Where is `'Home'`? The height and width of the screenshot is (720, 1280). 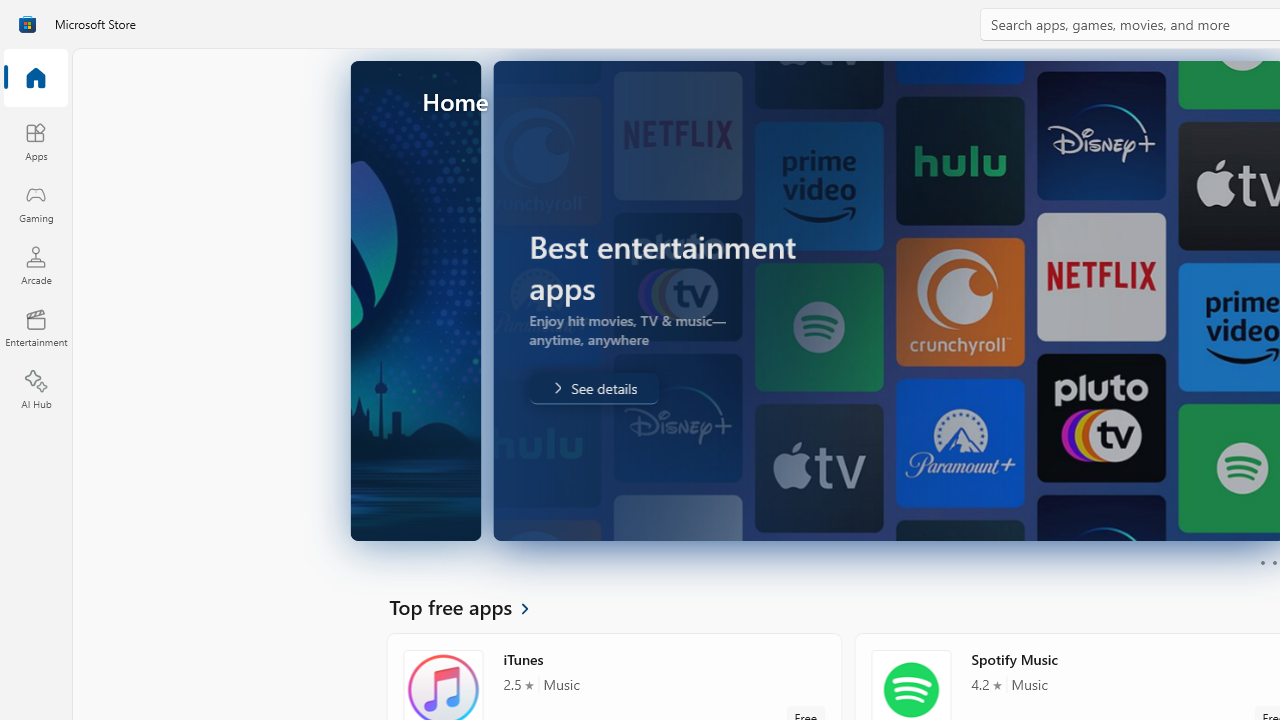 'Home' is located at coordinates (35, 78).